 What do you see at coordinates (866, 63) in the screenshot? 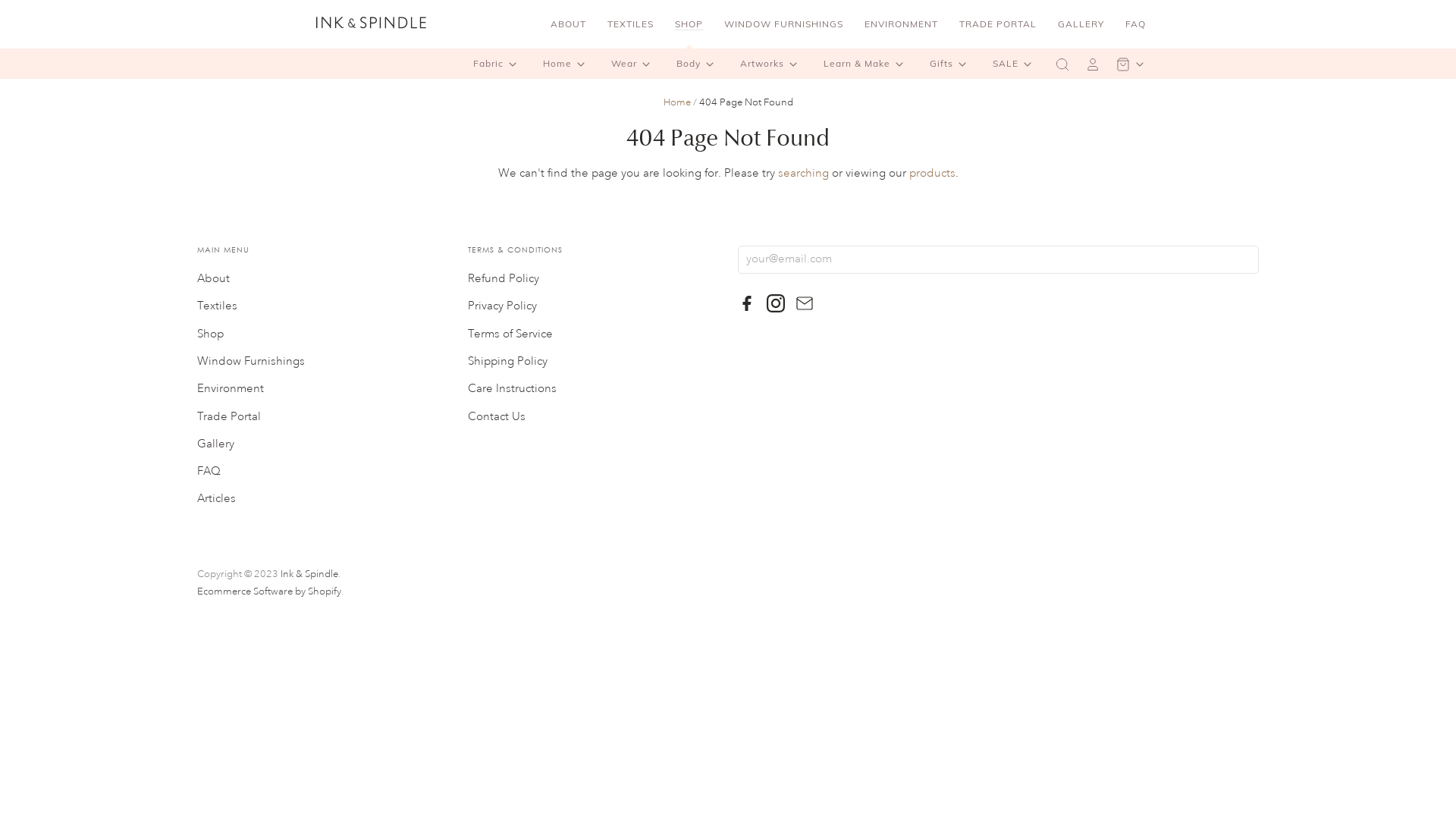
I see `'Learn & Make'` at bounding box center [866, 63].